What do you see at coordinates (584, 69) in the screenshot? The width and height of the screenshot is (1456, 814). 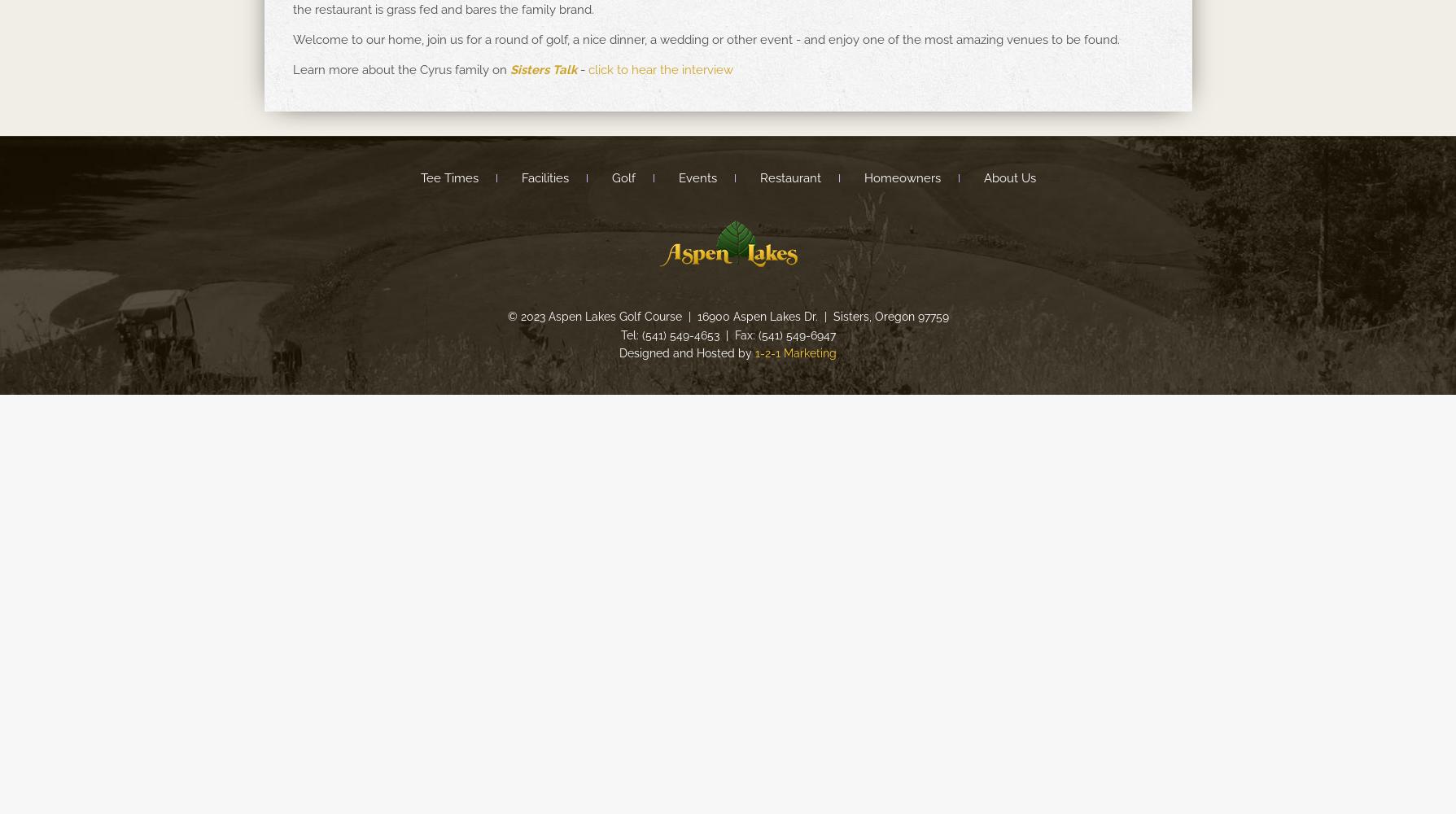 I see `'-'` at bounding box center [584, 69].